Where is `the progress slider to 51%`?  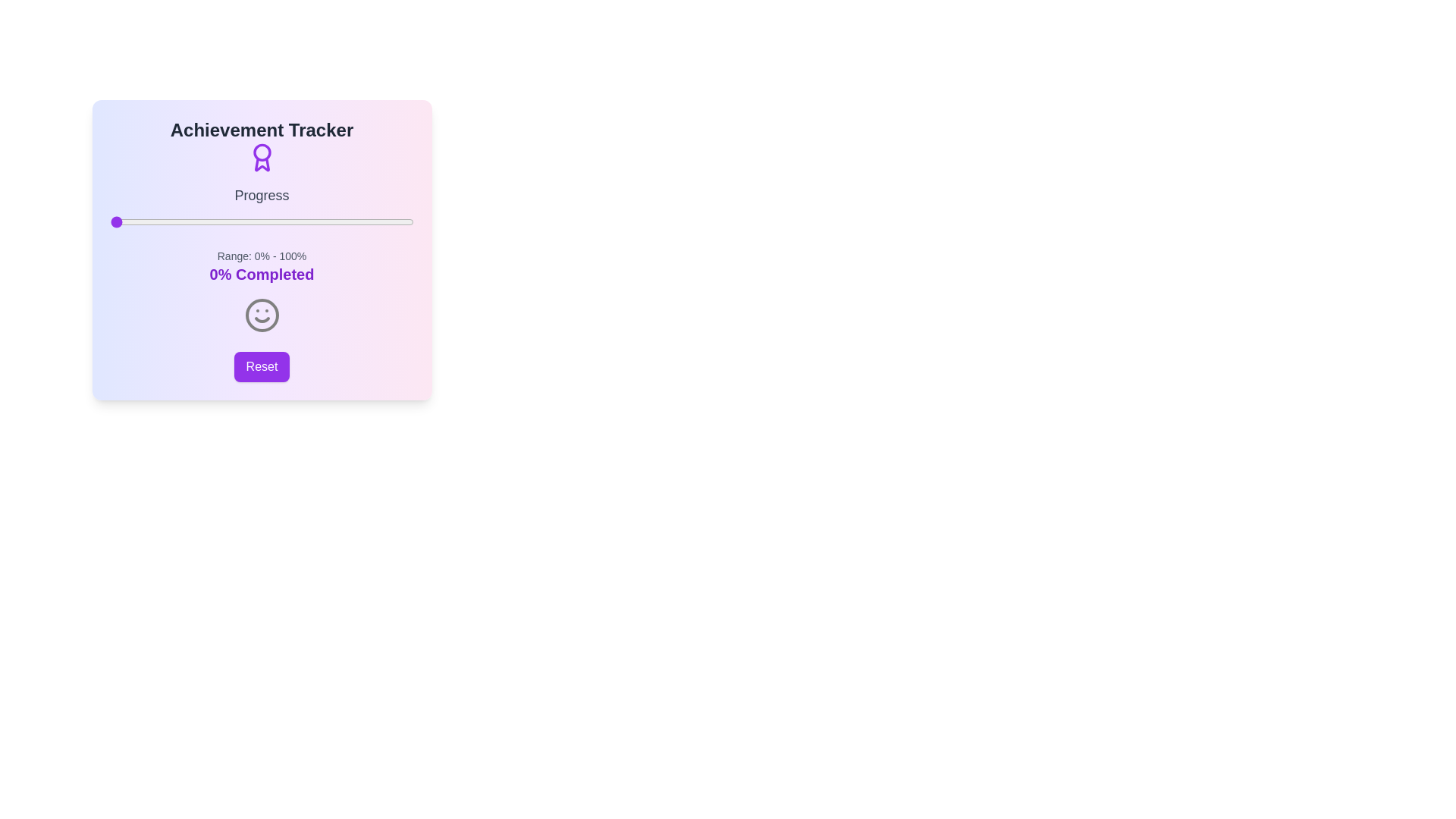
the progress slider to 51% is located at coordinates (265, 222).